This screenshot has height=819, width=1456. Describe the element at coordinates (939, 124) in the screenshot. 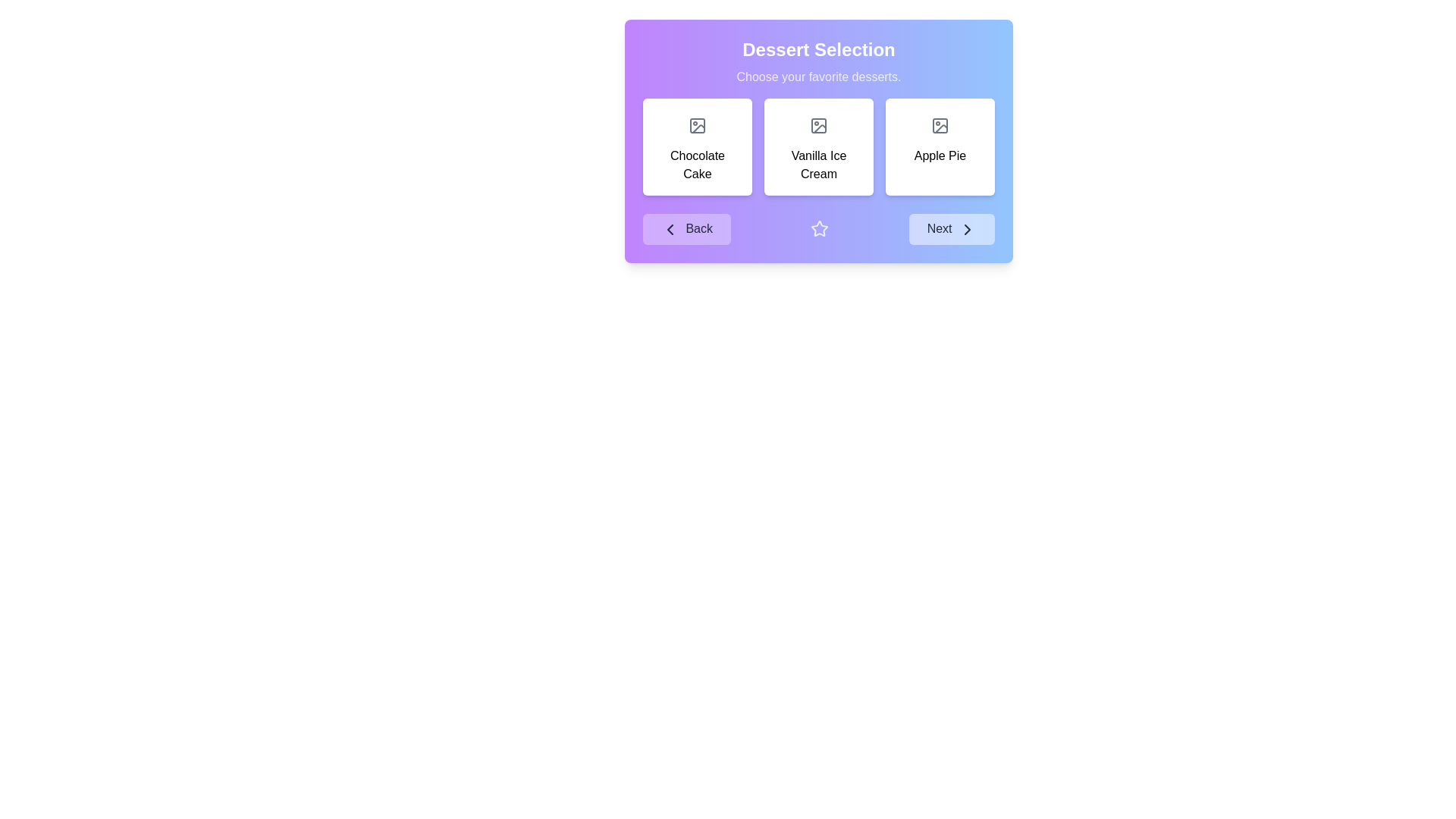

I see `the decorative placeholder for an image or media content located in the third card under the 'Apple Pie' label, which is the rightmost card in a row of three` at that location.